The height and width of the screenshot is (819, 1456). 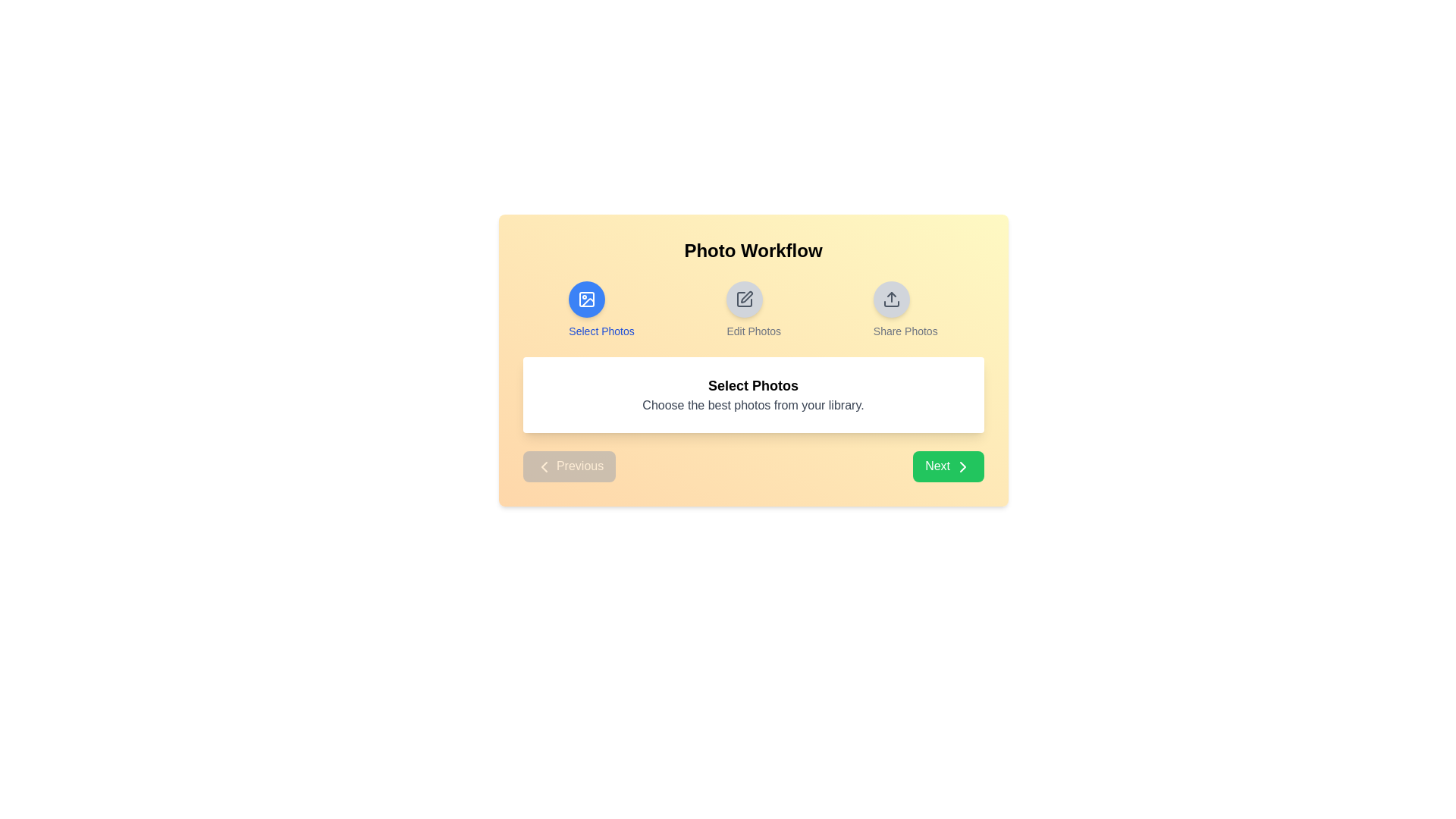 What do you see at coordinates (586, 299) in the screenshot?
I see `the highlighted step to view its description` at bounding box center [586, 299].